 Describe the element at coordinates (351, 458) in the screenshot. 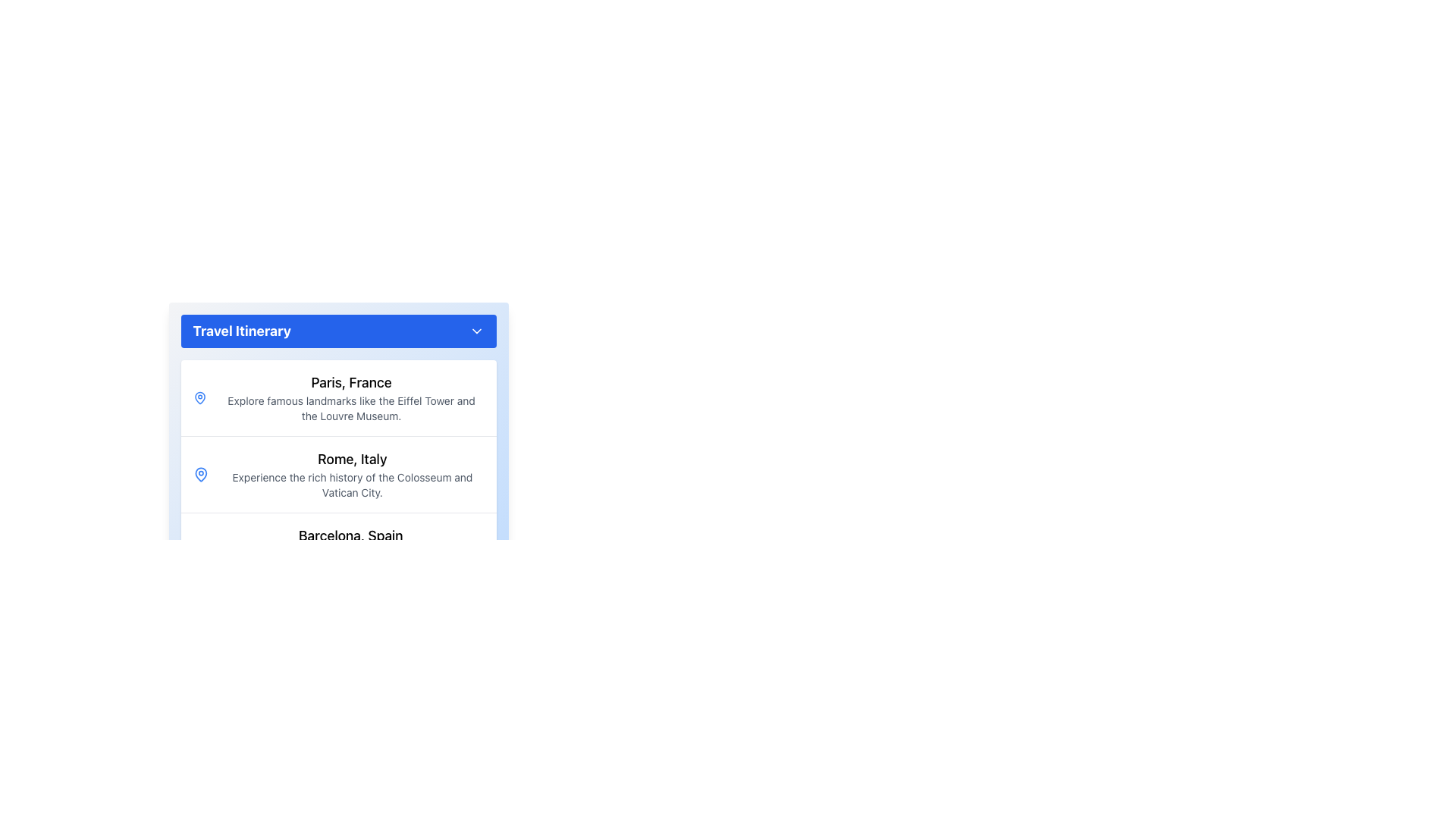

I see `bold, black text label that reads 'Rome, Italy' located above 'Barcelona, Spain' in the travel itinerary list` at that location.